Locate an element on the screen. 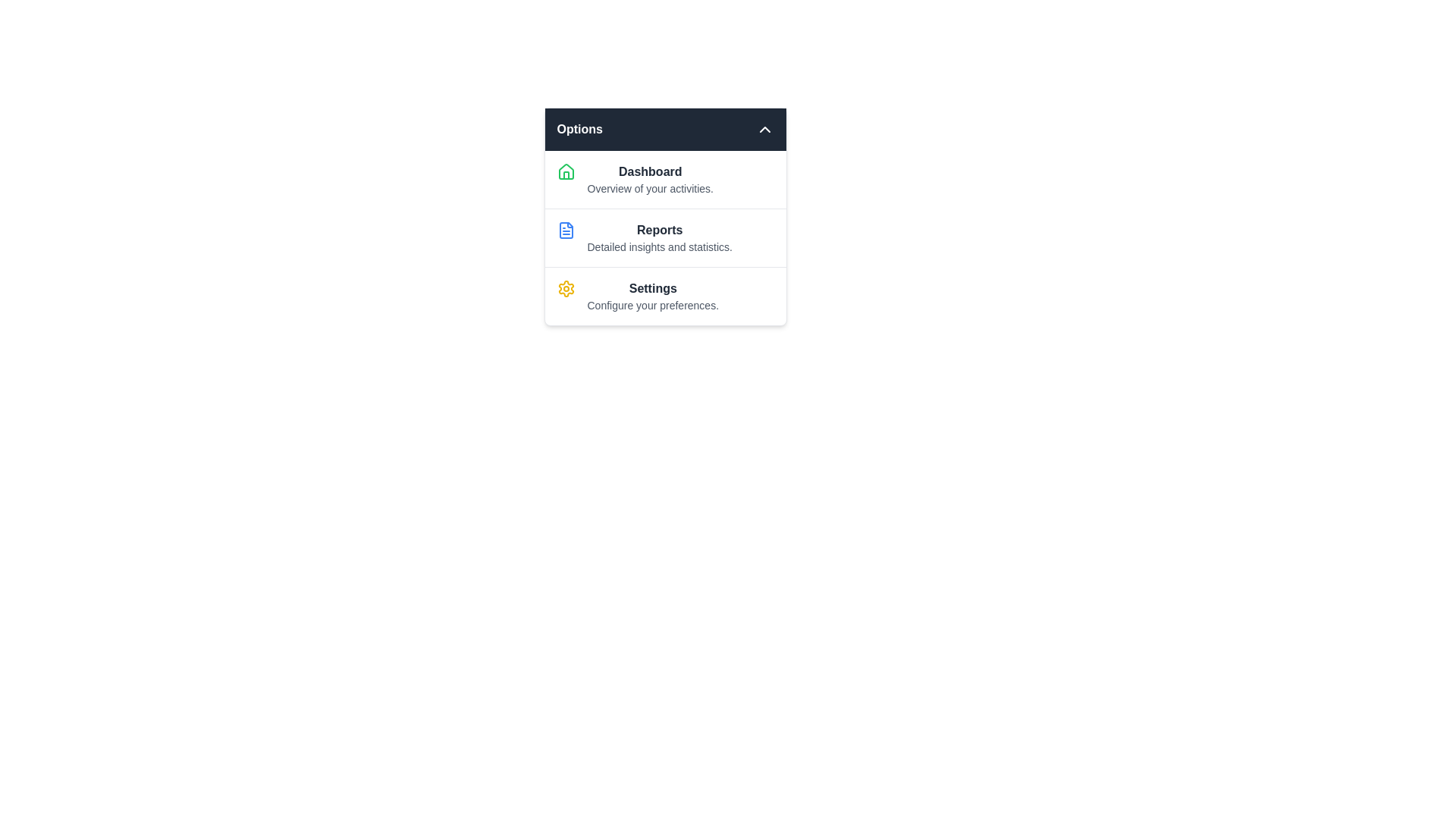 This screenshot has width=1456, height=819. the 'Settings' icon located is located at coordinates (565, 289).